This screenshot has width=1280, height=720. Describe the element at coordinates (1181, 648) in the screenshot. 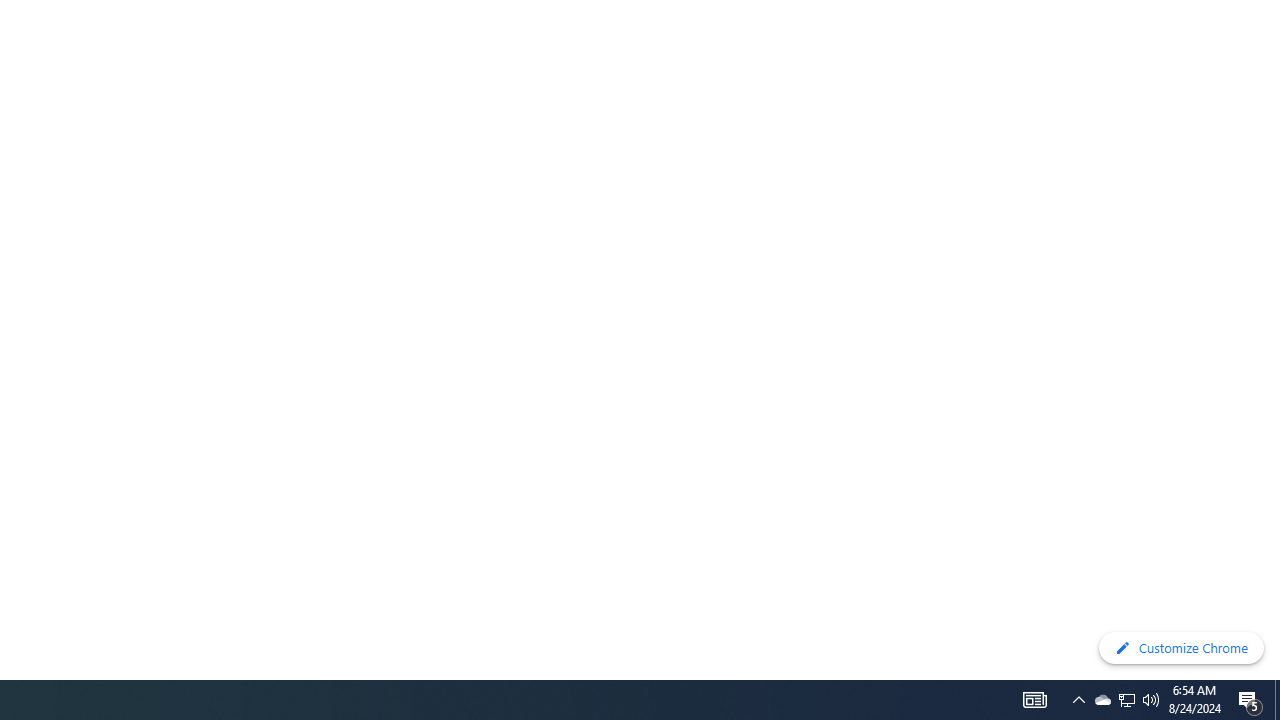

I see `'Customize Chrome'` at that location.